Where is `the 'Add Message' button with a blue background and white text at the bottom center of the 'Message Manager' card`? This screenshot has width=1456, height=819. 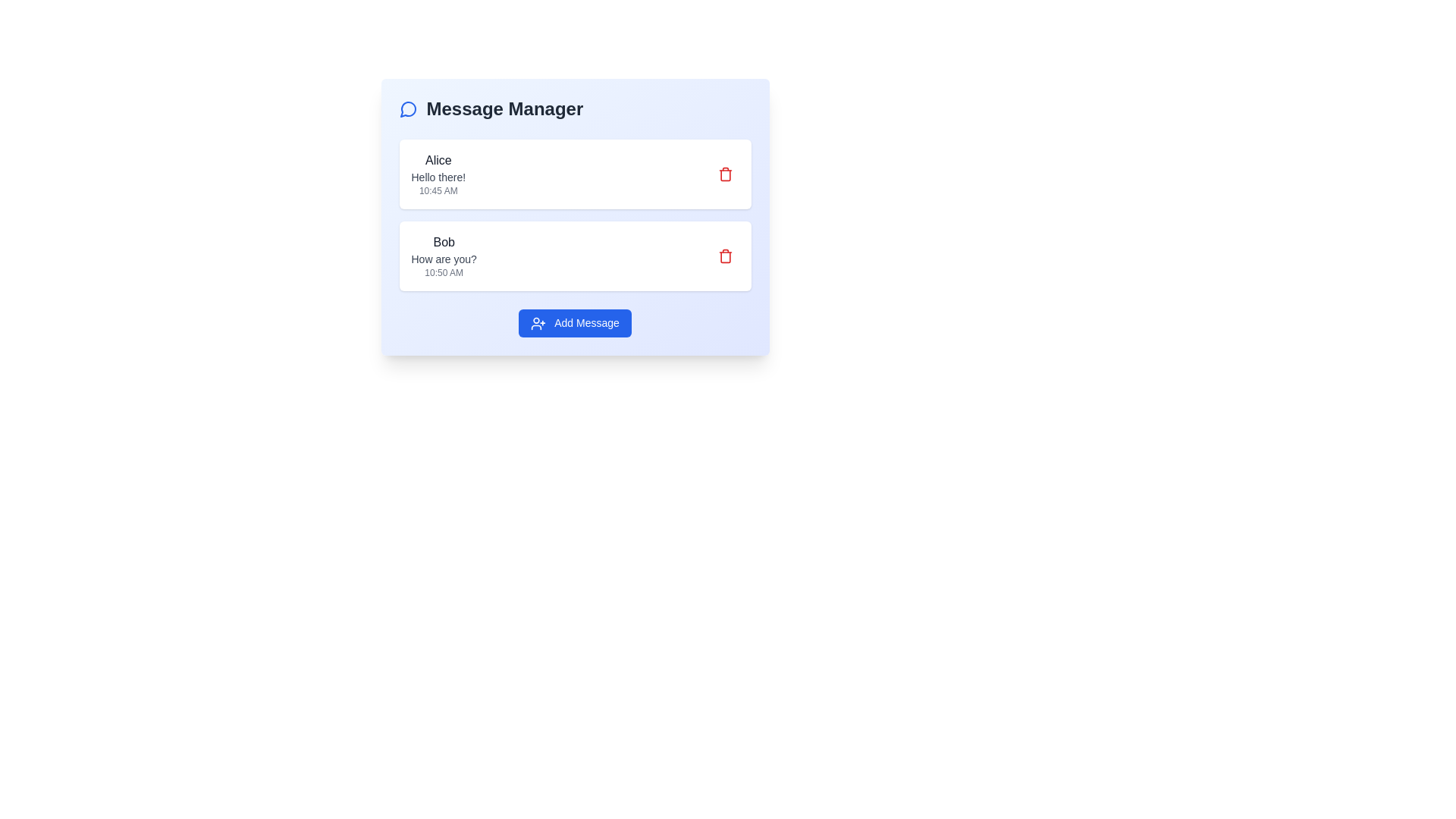
the 'Add Message' button with a blue background and white text at the bottom center of the 'Message Manager' card is located at coordinates (574, 322).